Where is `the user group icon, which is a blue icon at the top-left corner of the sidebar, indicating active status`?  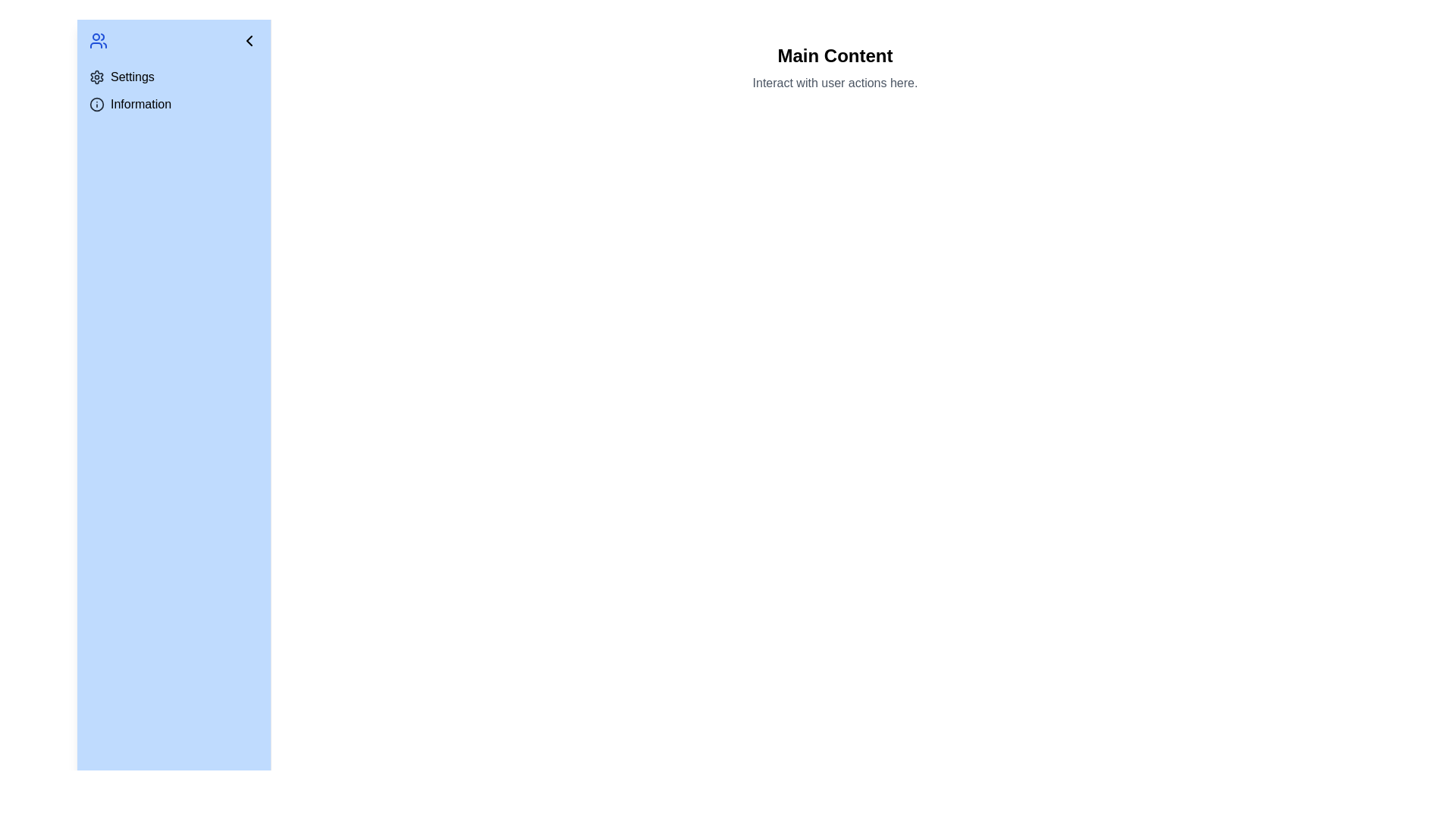 the user group icon, which is a blue icon at the top-left corner of the sidebar, indicating active status is located at coordinates (97, 40).